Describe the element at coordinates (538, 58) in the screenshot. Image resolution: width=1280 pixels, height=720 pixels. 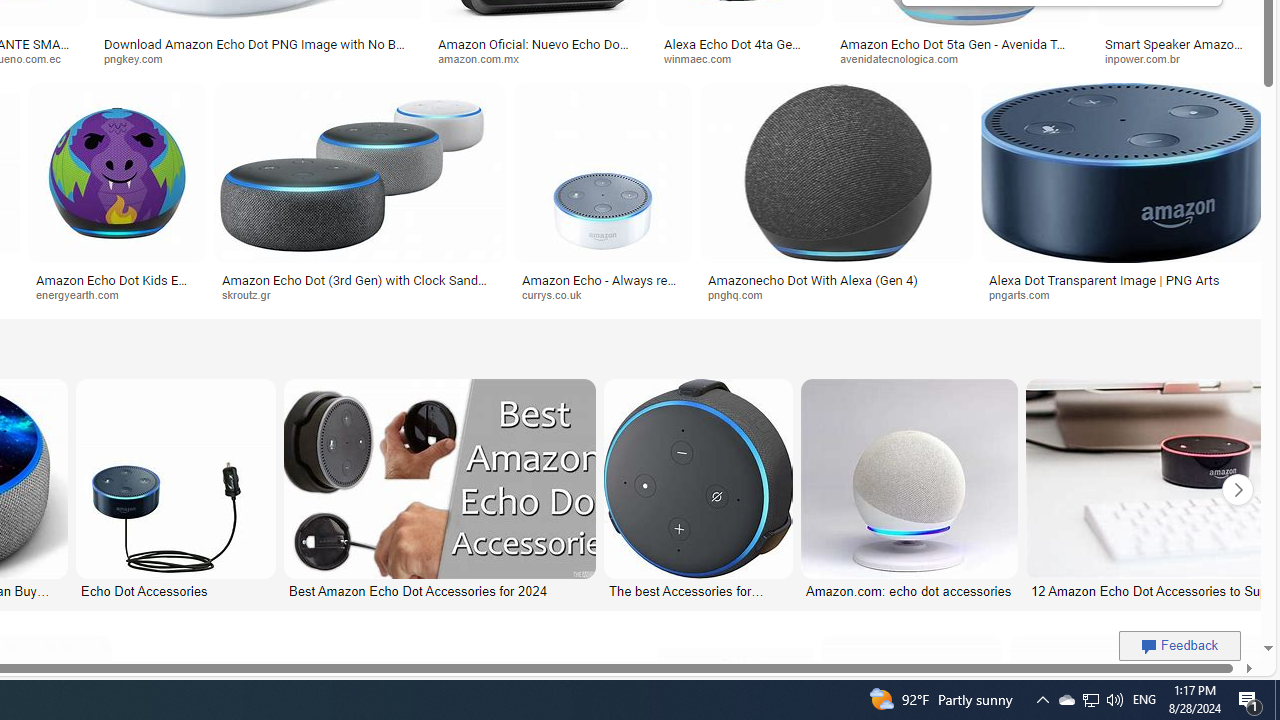
I see `'amazon.com.mx'` at that location.